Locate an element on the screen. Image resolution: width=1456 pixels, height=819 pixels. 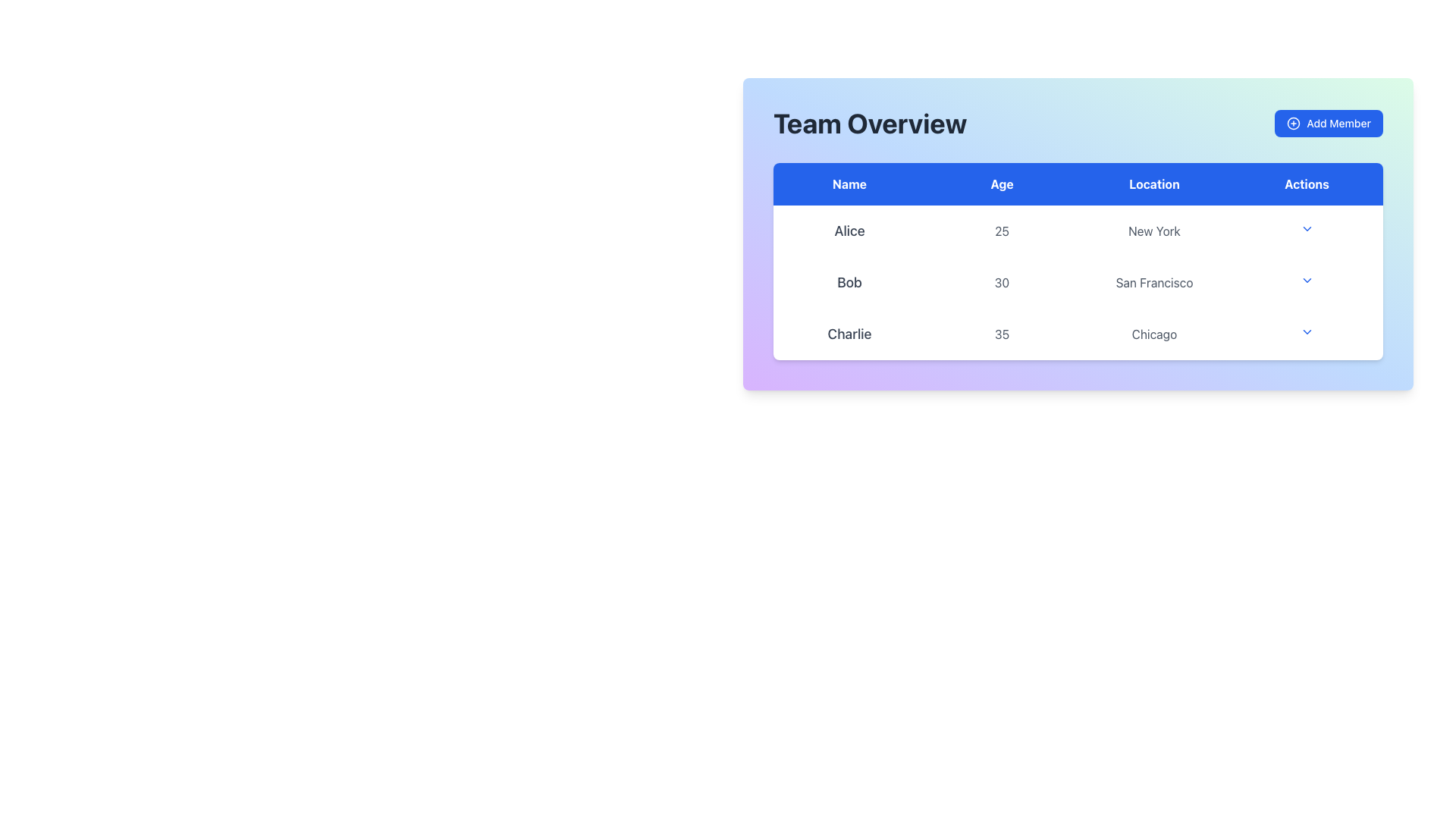
the text element displaying 'San Francisco' in the 'Location' column of the second row for the entry 'Bob' in the 'Team Overview' section is located at coordinates (1153, 283).